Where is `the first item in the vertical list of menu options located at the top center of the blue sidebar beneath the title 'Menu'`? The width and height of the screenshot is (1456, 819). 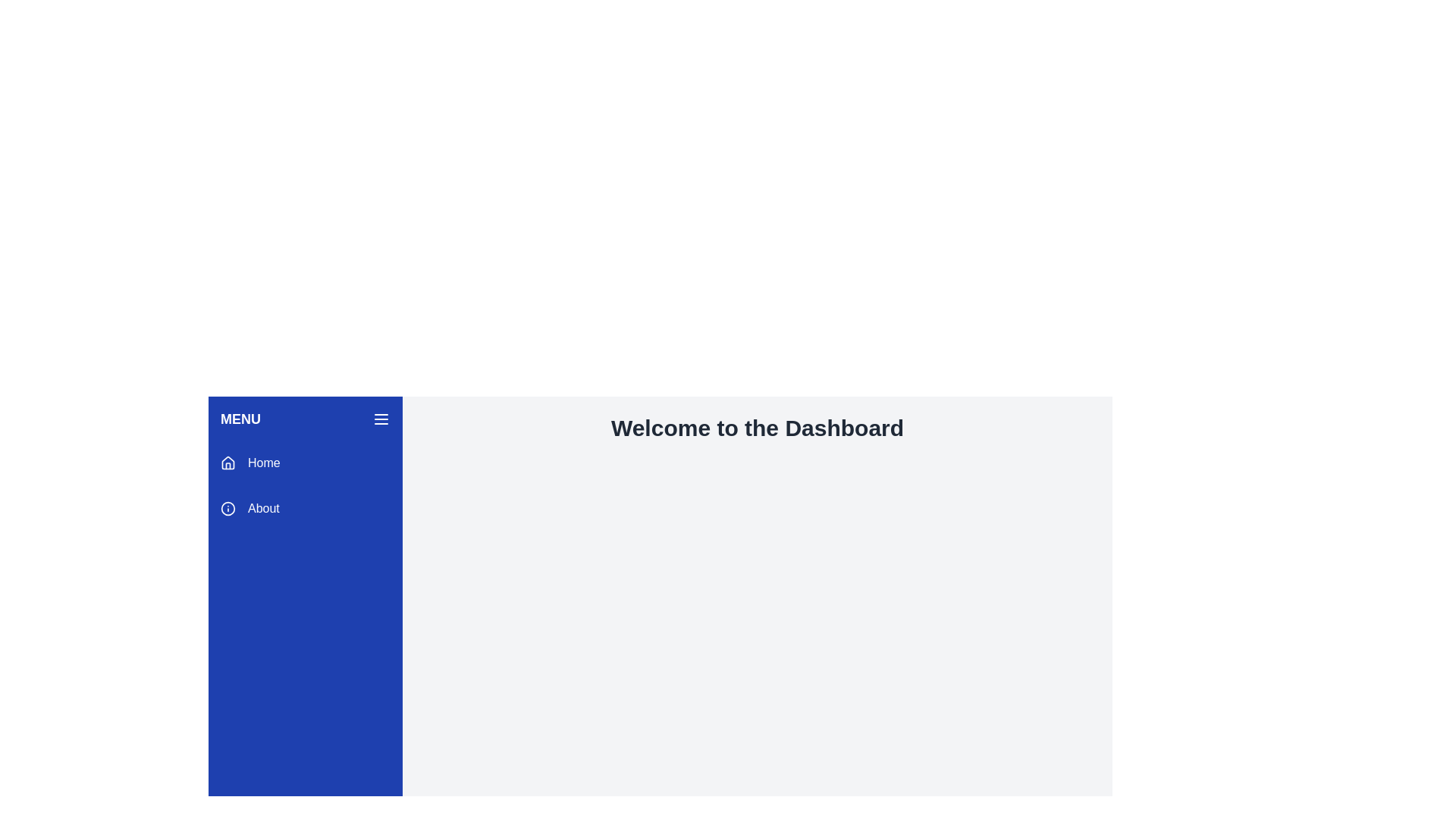 the first item in the vertical list of menu options located at the top center of the blue sidebar beneath the title 'Menu' is located at coordinates (305, 462).